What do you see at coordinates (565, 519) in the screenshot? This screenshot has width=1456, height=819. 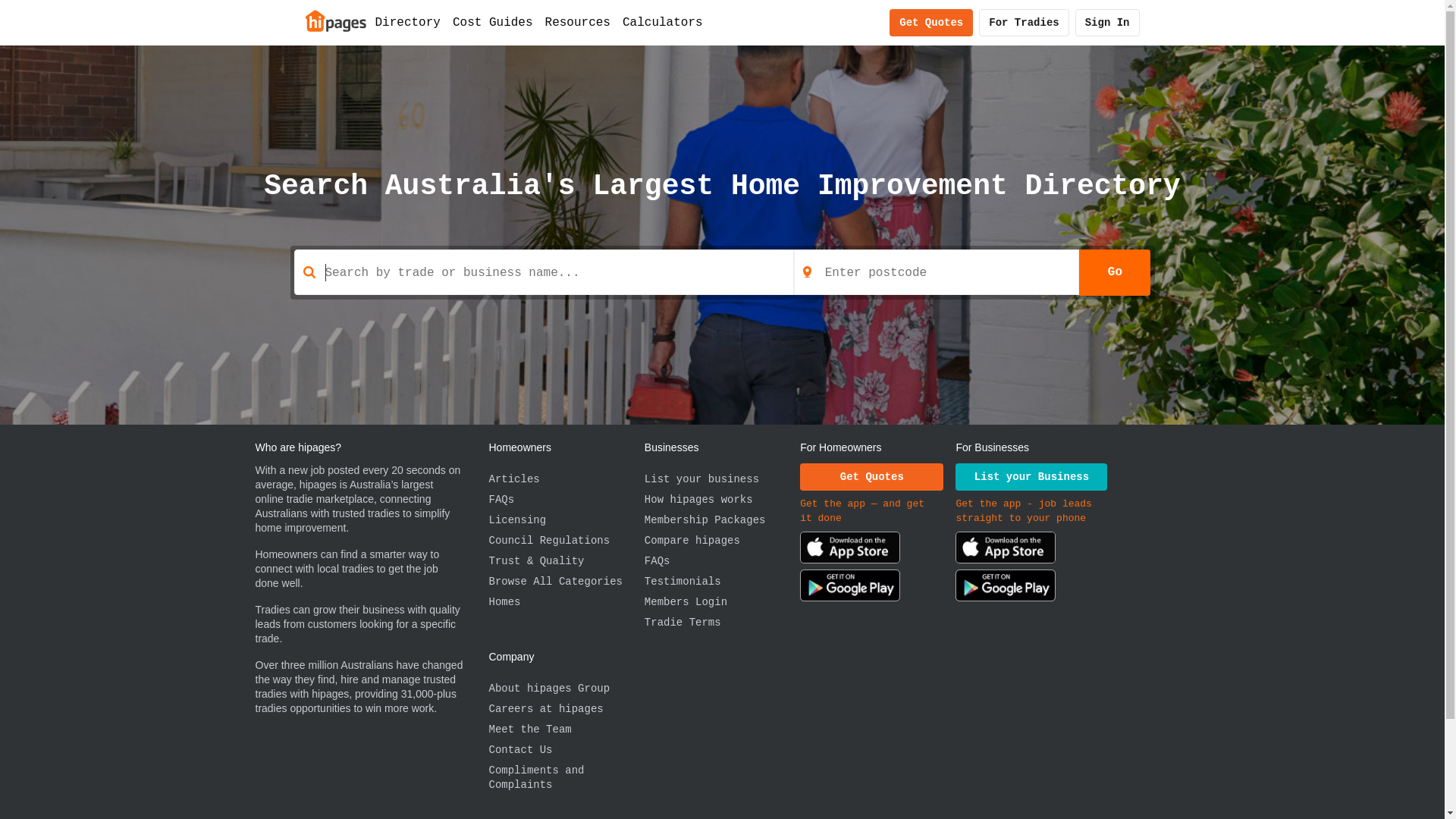 I see `'Licensing'` at bounding box center [565, 519].